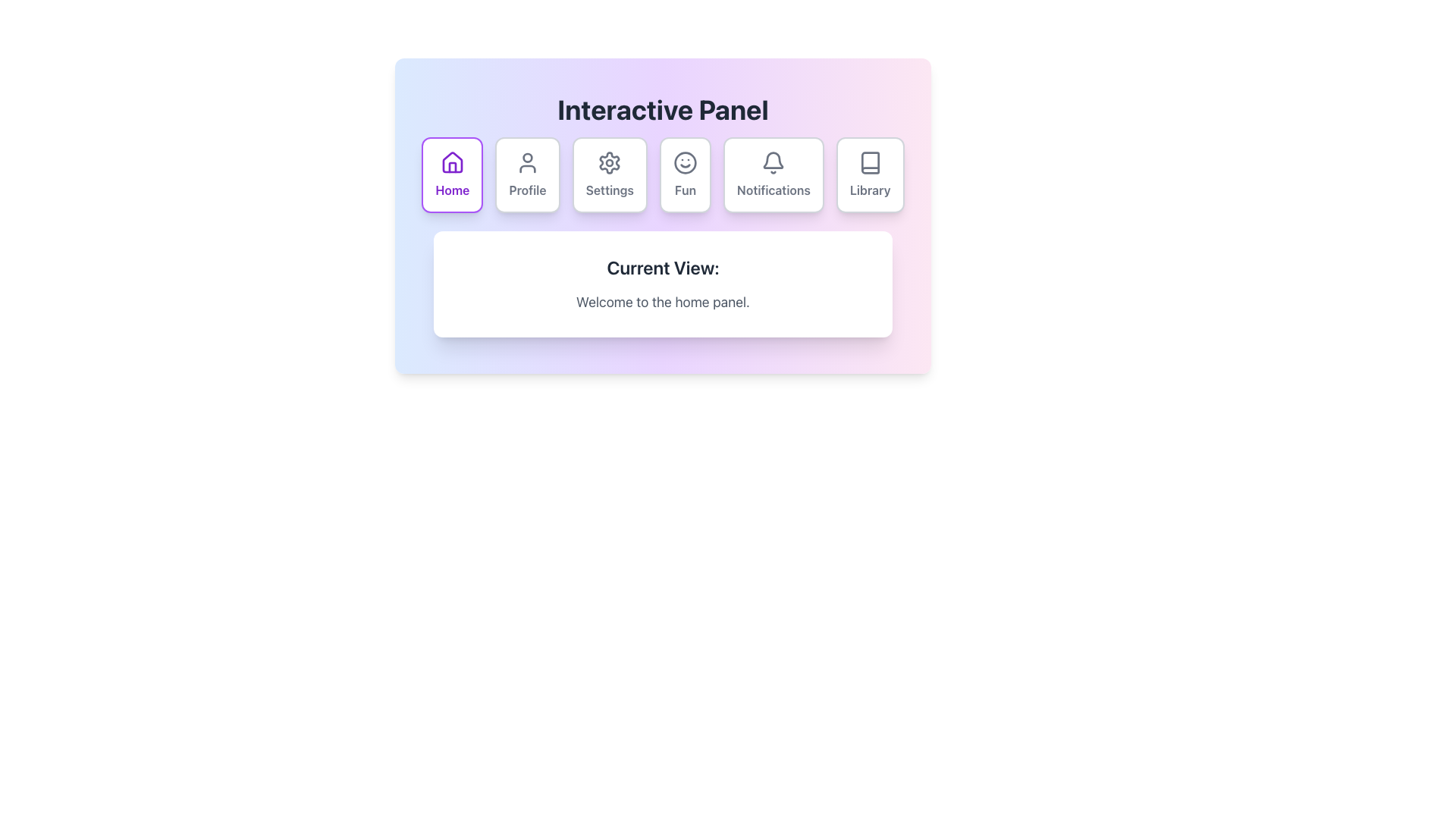 The width and height of the screenshot is (1456, 819). What do you see at coordinates (870, 189) in the screenshot?
I see `the 'Library' text label` at bounding box center [870, 189].